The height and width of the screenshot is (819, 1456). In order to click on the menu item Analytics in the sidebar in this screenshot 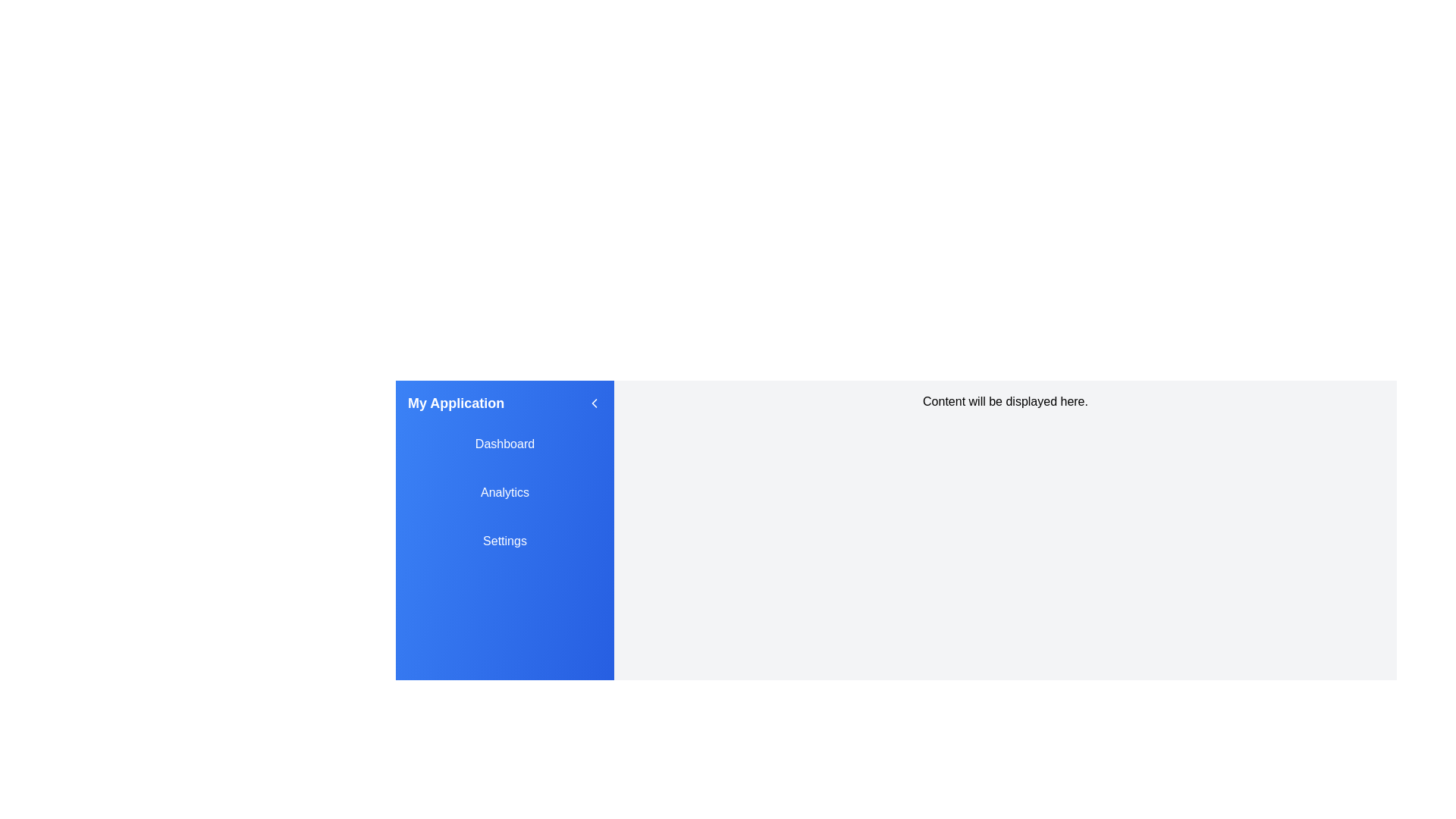, I will do `click(505, 493)`.